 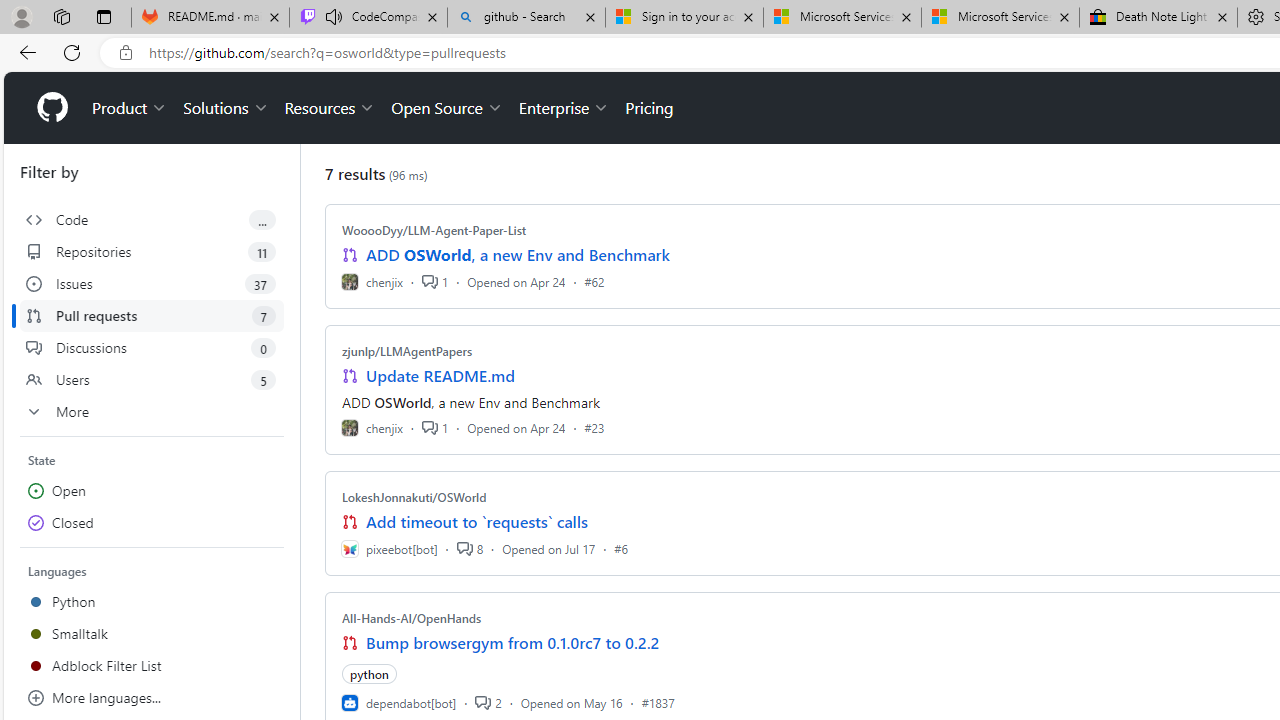 What do you see at coordinates (657, 701) in the screenshot?
I see `'#1837'` at bounding box center [657, 701].